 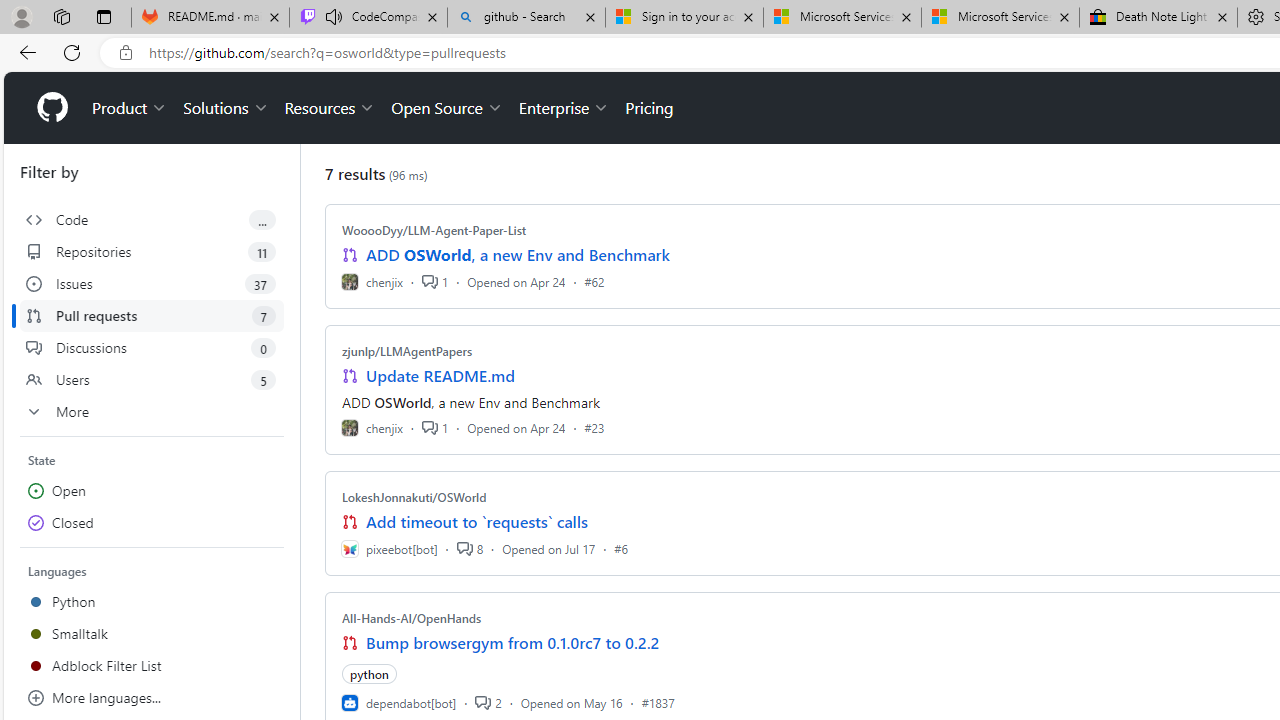 What do you see at coordinates (657, 701) in the screenshot?
I see `'#1837'` at bounding box center [657, 701].